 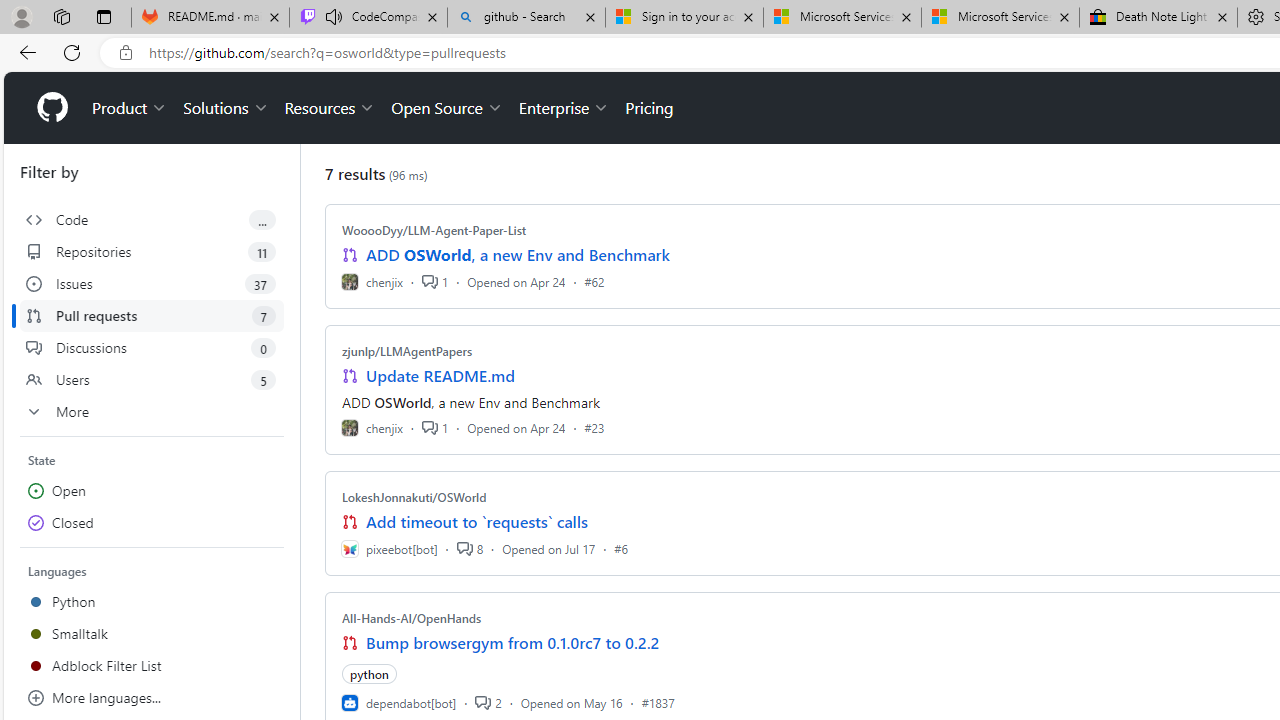 What do you see at coordinates (657, 701) in the screenshot?
I see `'#1837'` at bounding box center [657, 701].